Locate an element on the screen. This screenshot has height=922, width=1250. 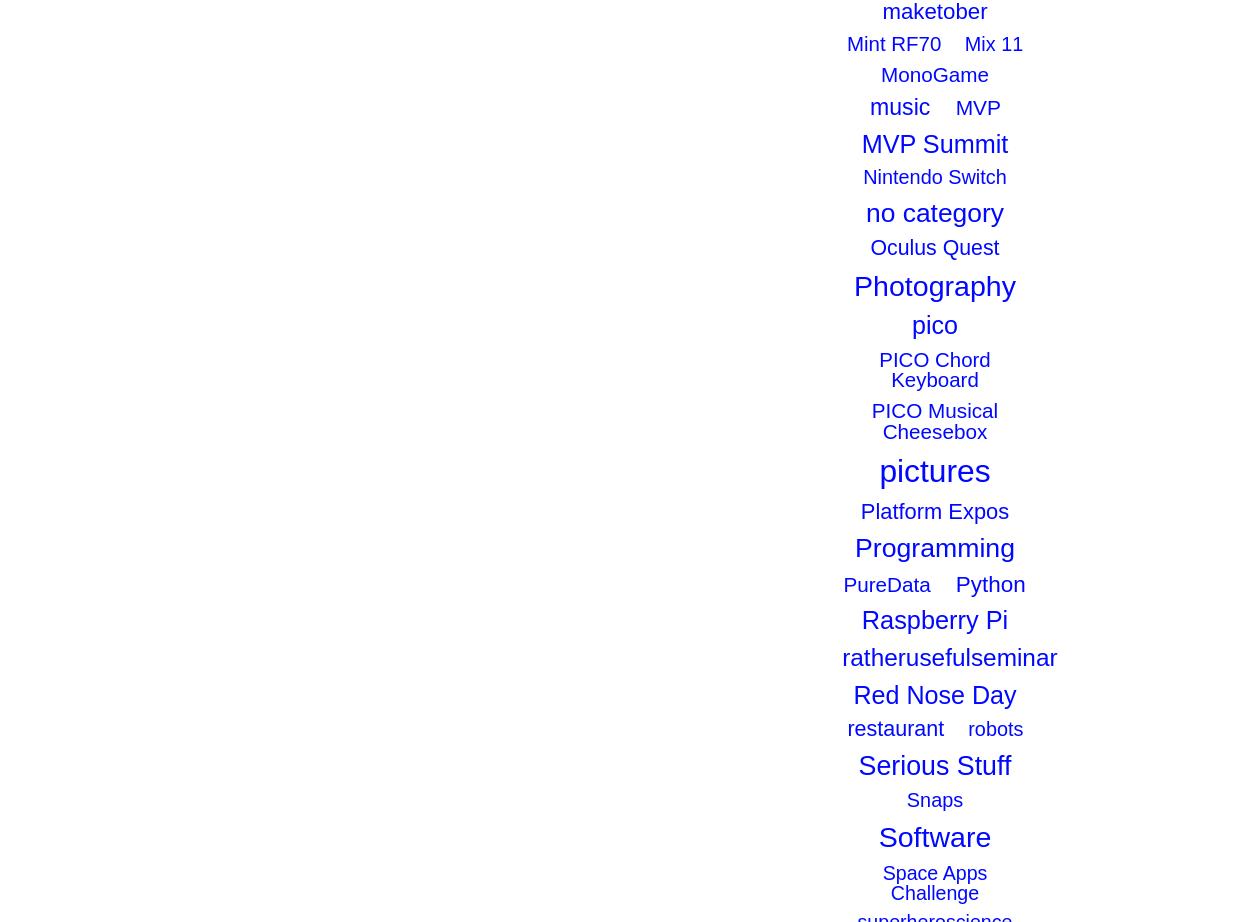
'Python' is located at coordinates (989, 583).